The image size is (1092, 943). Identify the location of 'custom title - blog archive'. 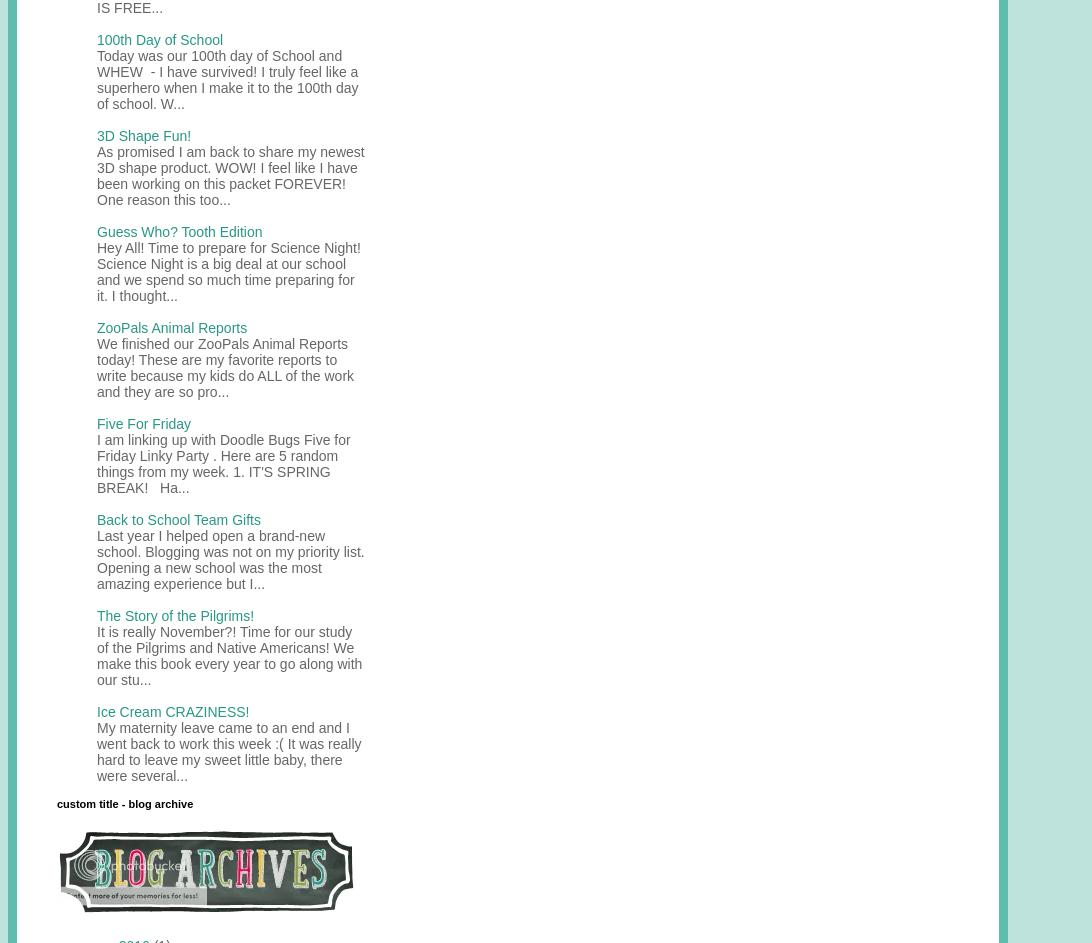
(125, 801).